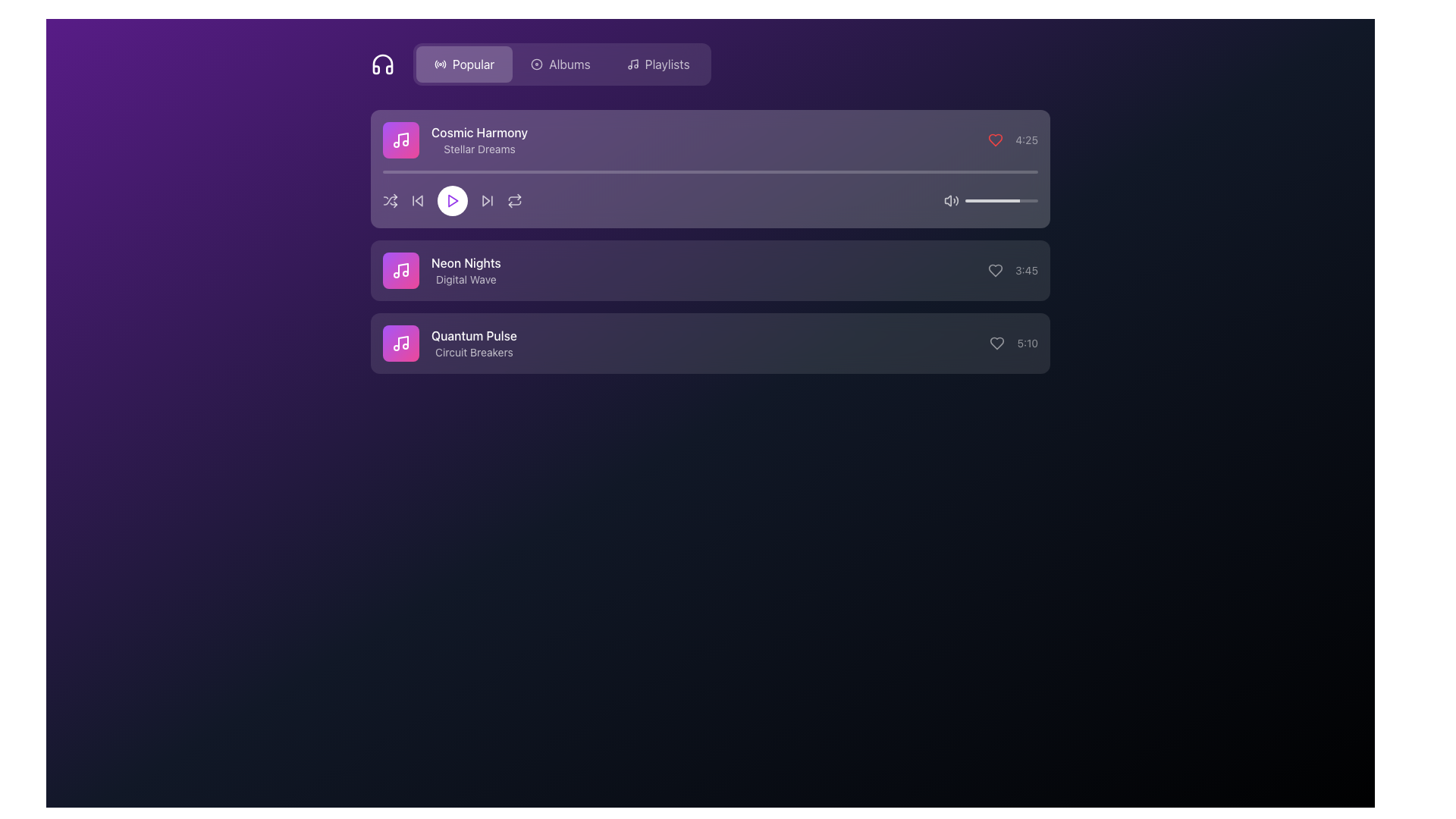 The image size is (1456, 819). I want to click on the playback toggle button located under the 'Cosmic Harmony' track to play or pause the media, so click(451, 200).